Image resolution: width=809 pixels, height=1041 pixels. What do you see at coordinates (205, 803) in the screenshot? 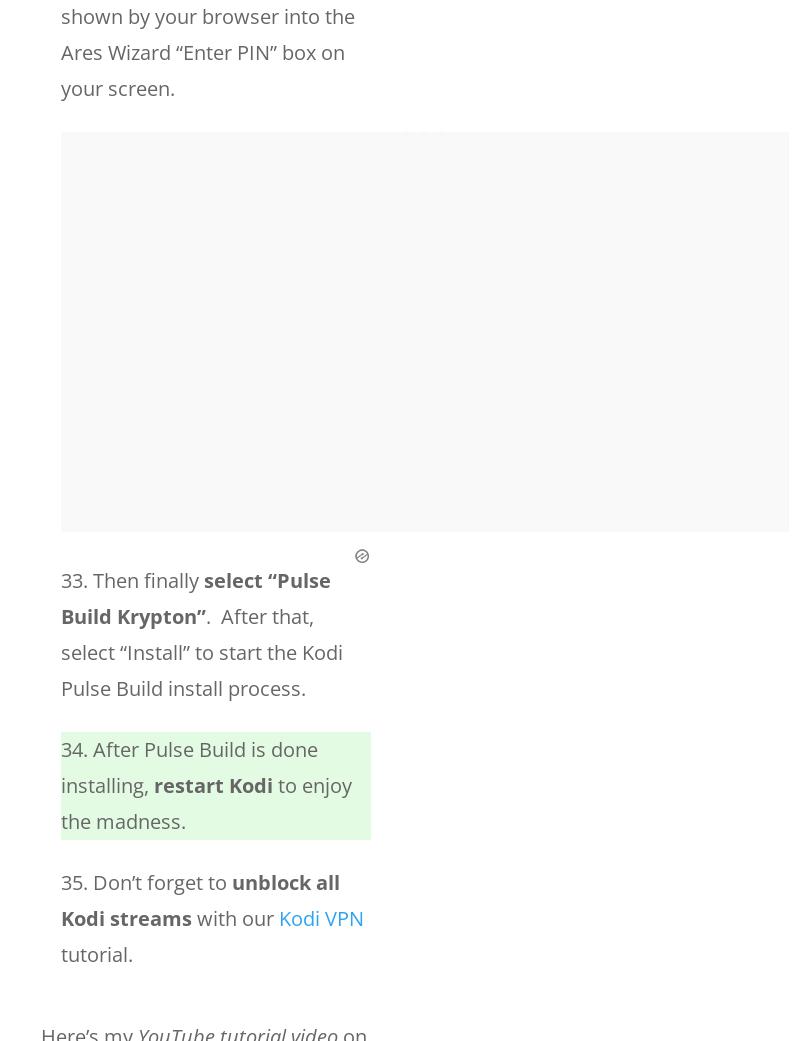
I see `'to enjoy the madness.'` at bounding box center [205, 803].